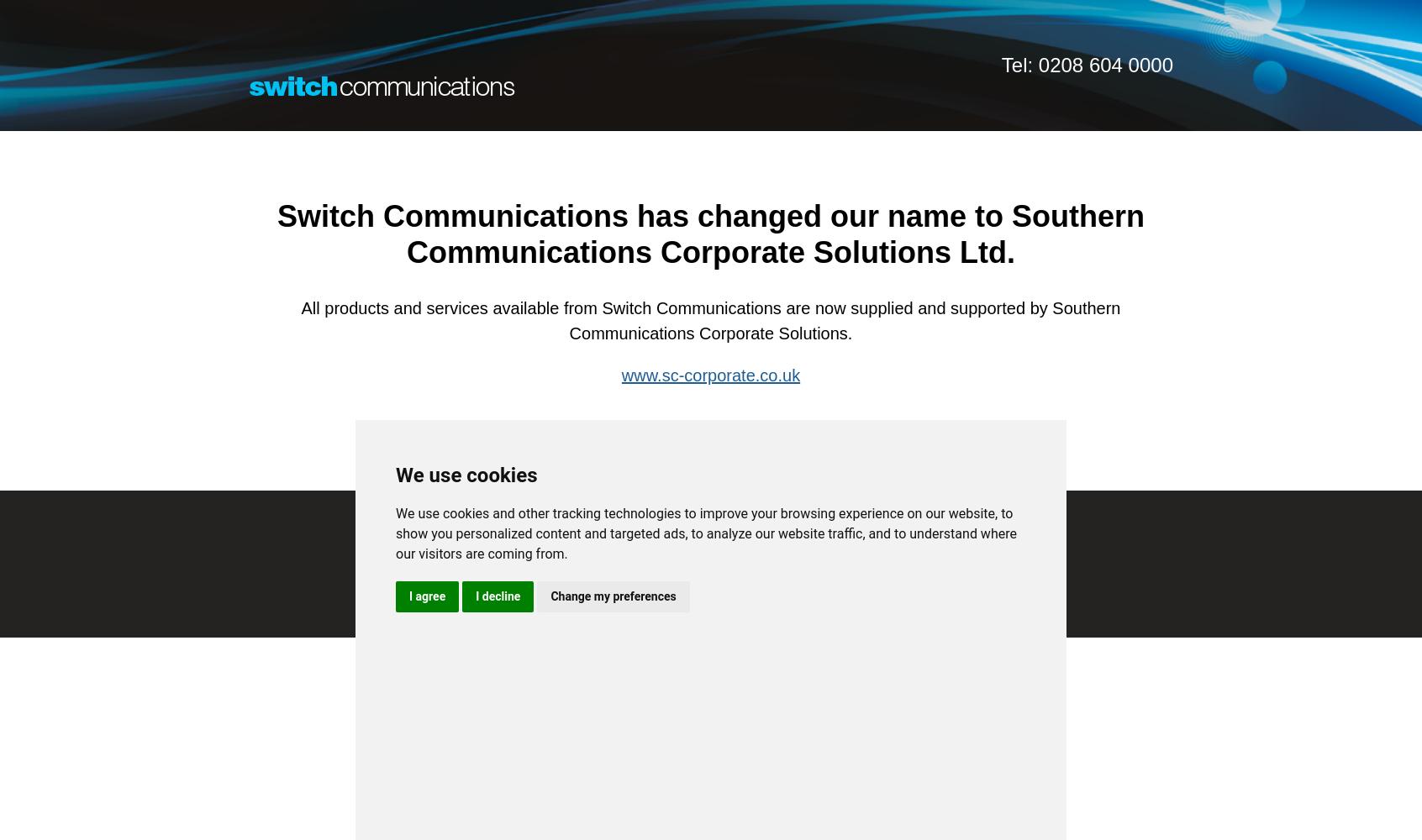 The image size is (1422, 840). Describe the element at coordinates (766, 564) in the screenshot. I see `', Registered Office Glebe Farm, Down Street, Dummer, Basingstoke, Hampshire RG25 2AD | Tel: 0208 604 0000'` at that location.